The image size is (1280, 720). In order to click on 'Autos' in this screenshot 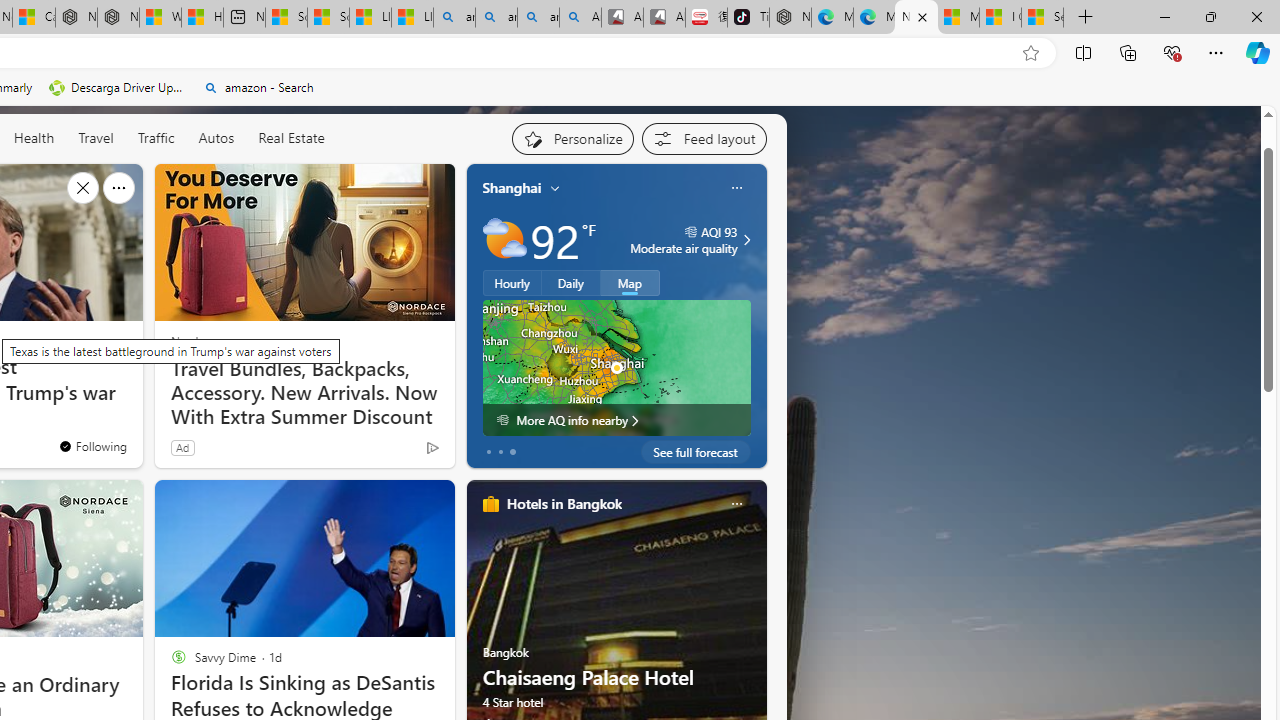, I will do `click(216, 136)`.